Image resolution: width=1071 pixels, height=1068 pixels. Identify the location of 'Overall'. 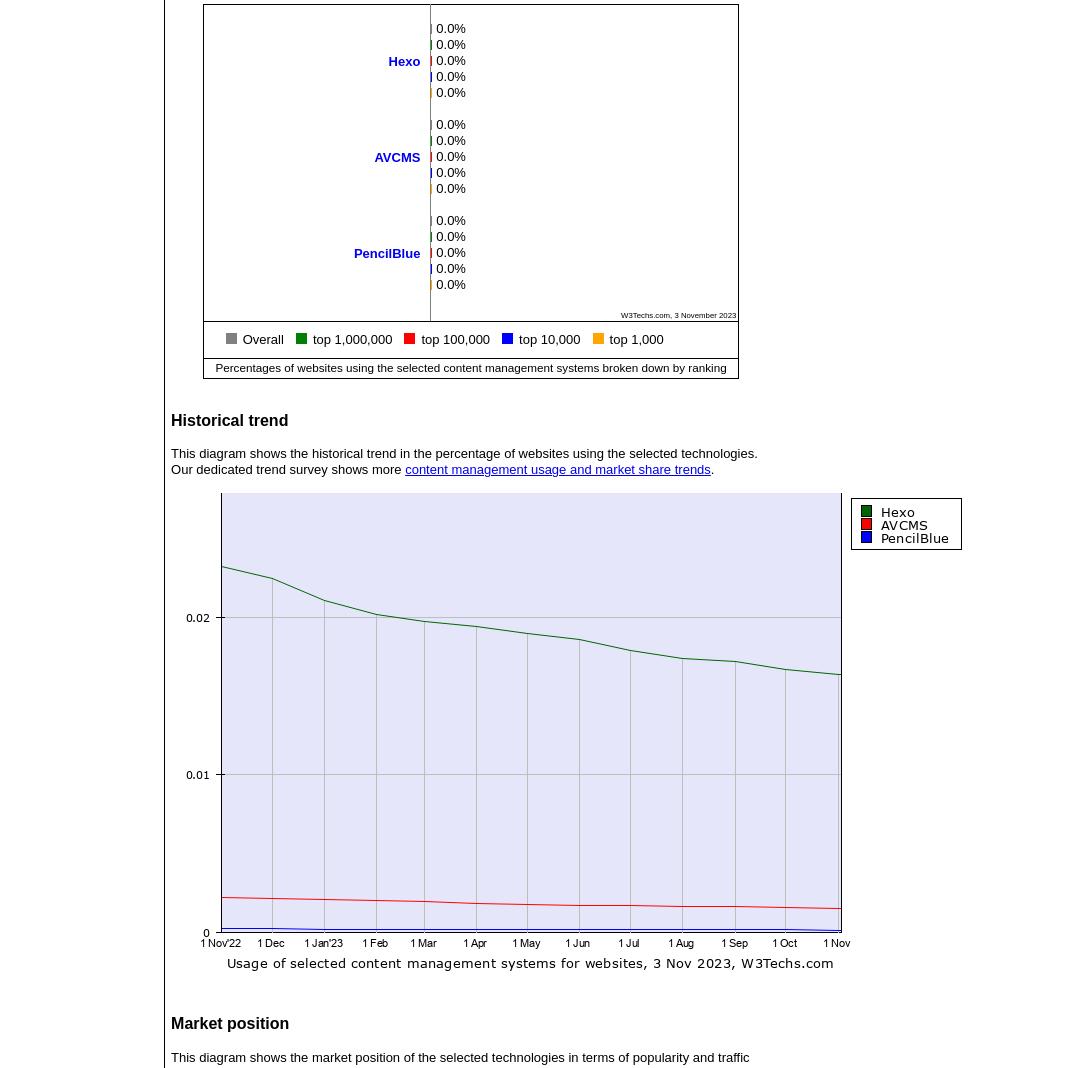
(262, 337).